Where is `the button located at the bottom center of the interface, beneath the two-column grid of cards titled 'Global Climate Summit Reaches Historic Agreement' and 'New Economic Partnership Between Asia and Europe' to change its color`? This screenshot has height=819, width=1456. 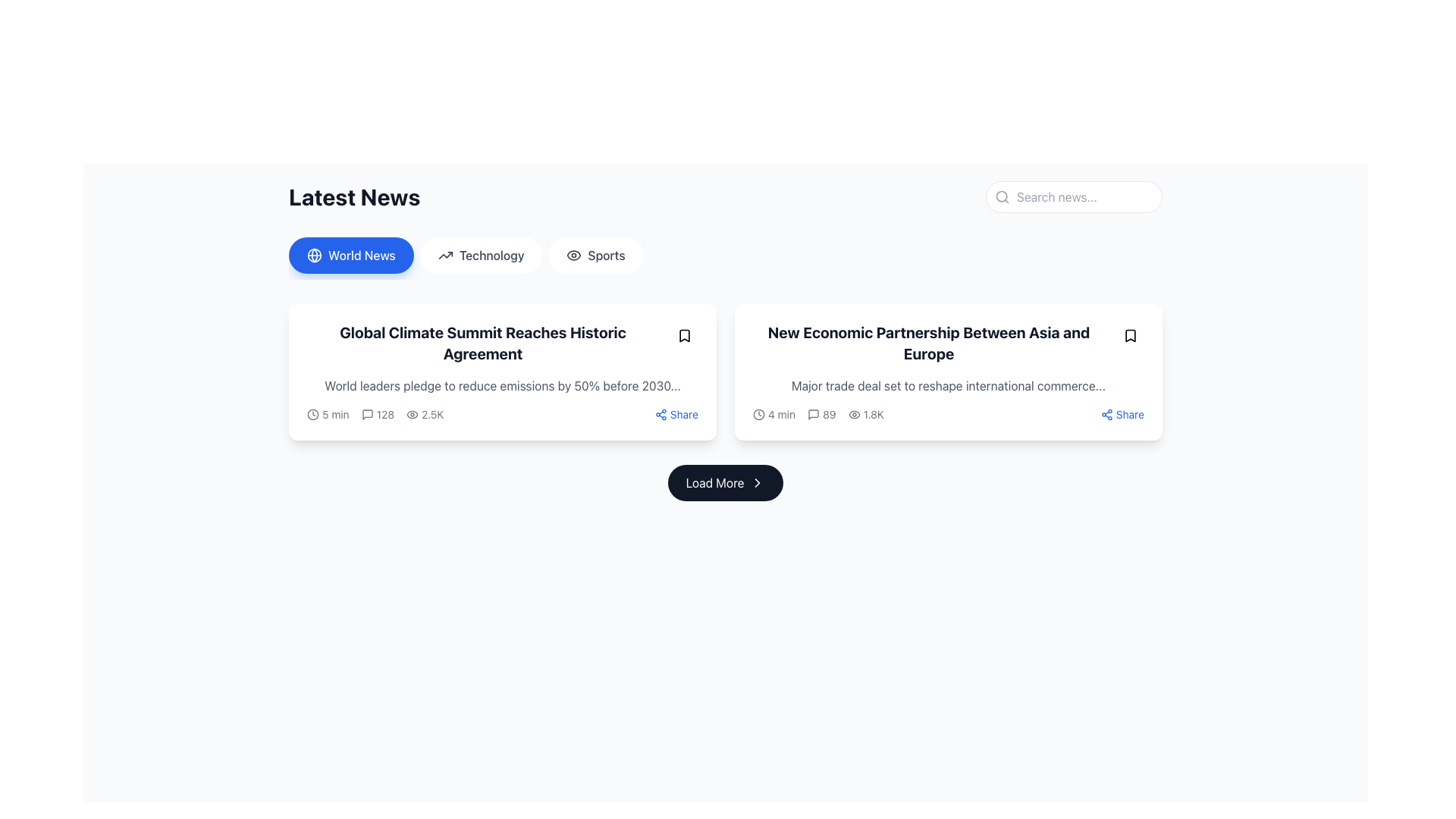
the button located at the bottom center of the interface, beneath the two-column grid of cards titled 'Global Climate Summit Reaches Historic Agreement' and 'New Economic Partnership Between Asia and Europe' to change its color is located at coordinates (724, 482).